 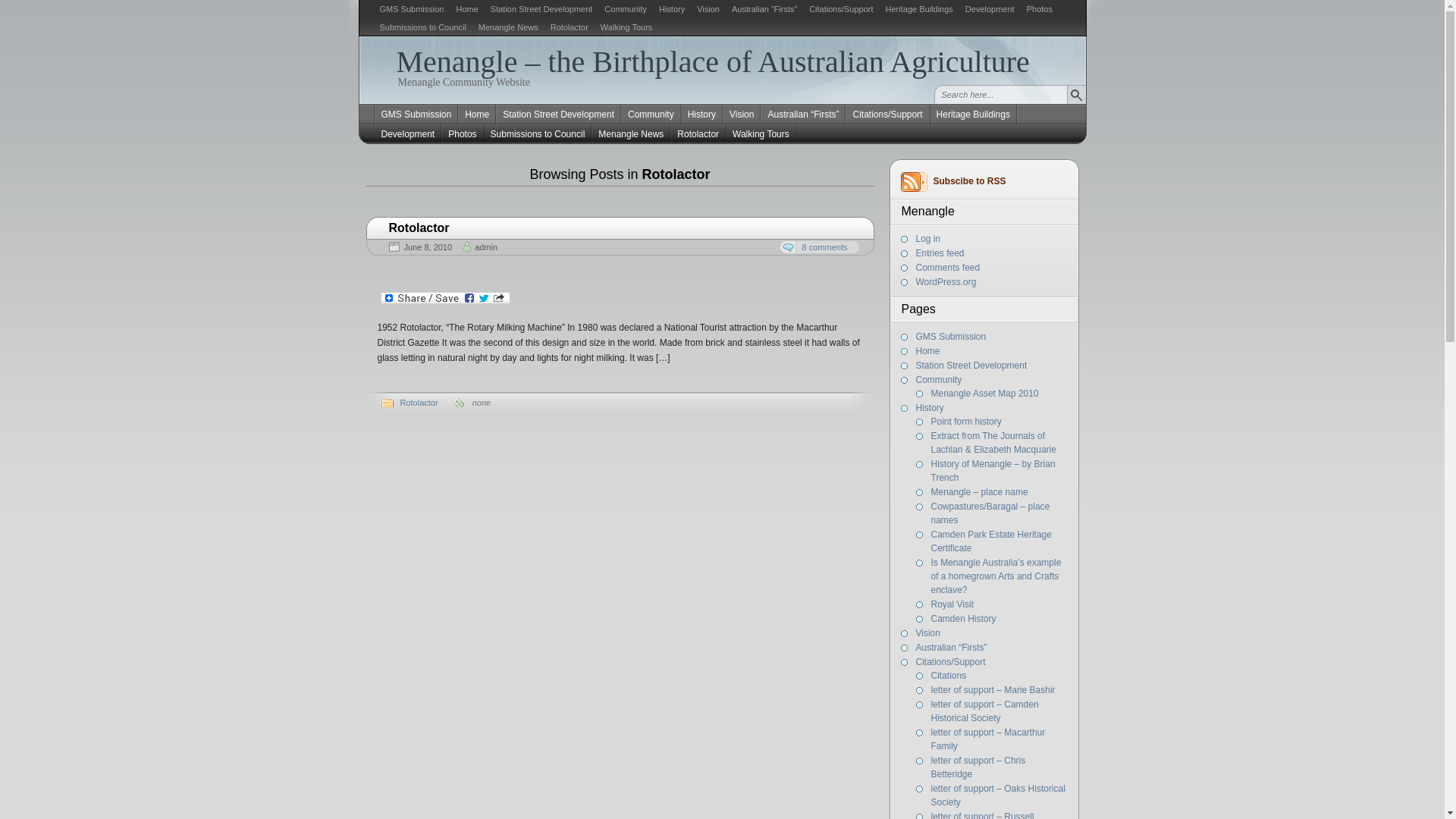 What do you see at coordinates (993, 442) in the screenshot?
I see `'Extract from The Journals of Lachlan & Elizabeth Macquarie'` at bounding box center [993, 442].